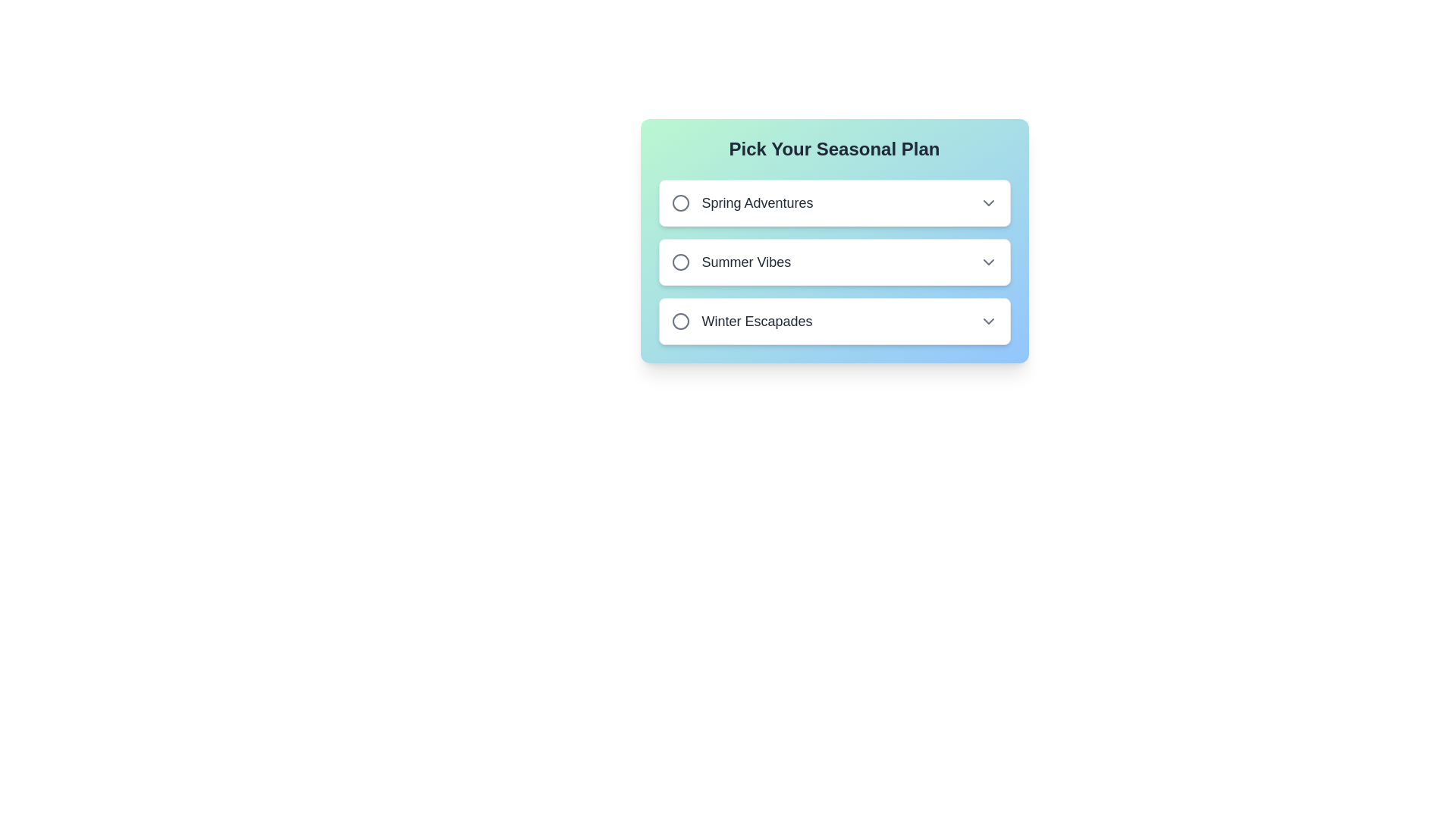 Image resolution: width=1456 pixels, height=819 pixels. I want to click on the circular radio button indicator for the 'Spring Adventures' option, so click(679, 202).